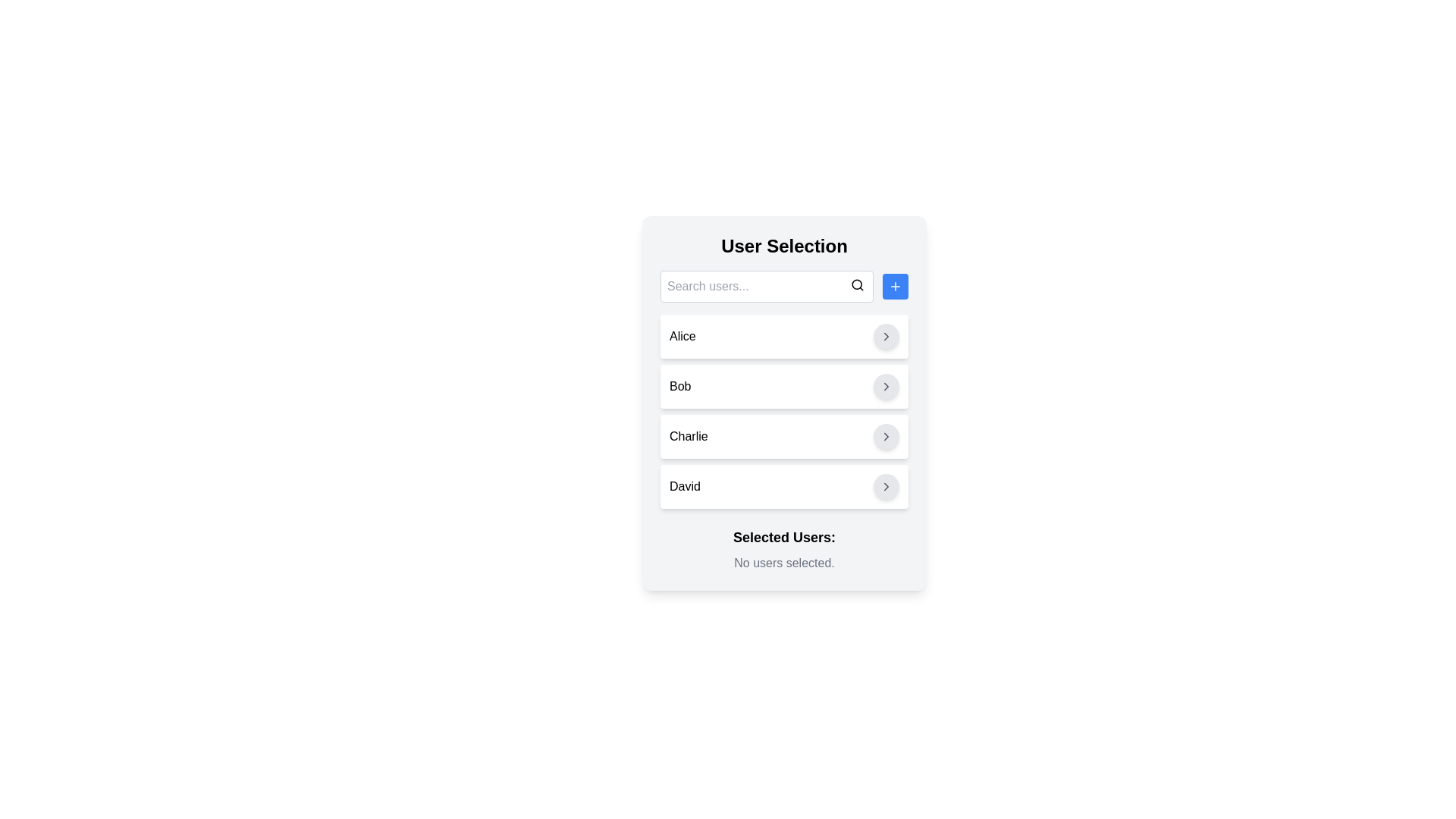  I want to click on the informational static text indicating that no users have been selected, located beneath the 'Selected Users:' header, so click(784, 563).